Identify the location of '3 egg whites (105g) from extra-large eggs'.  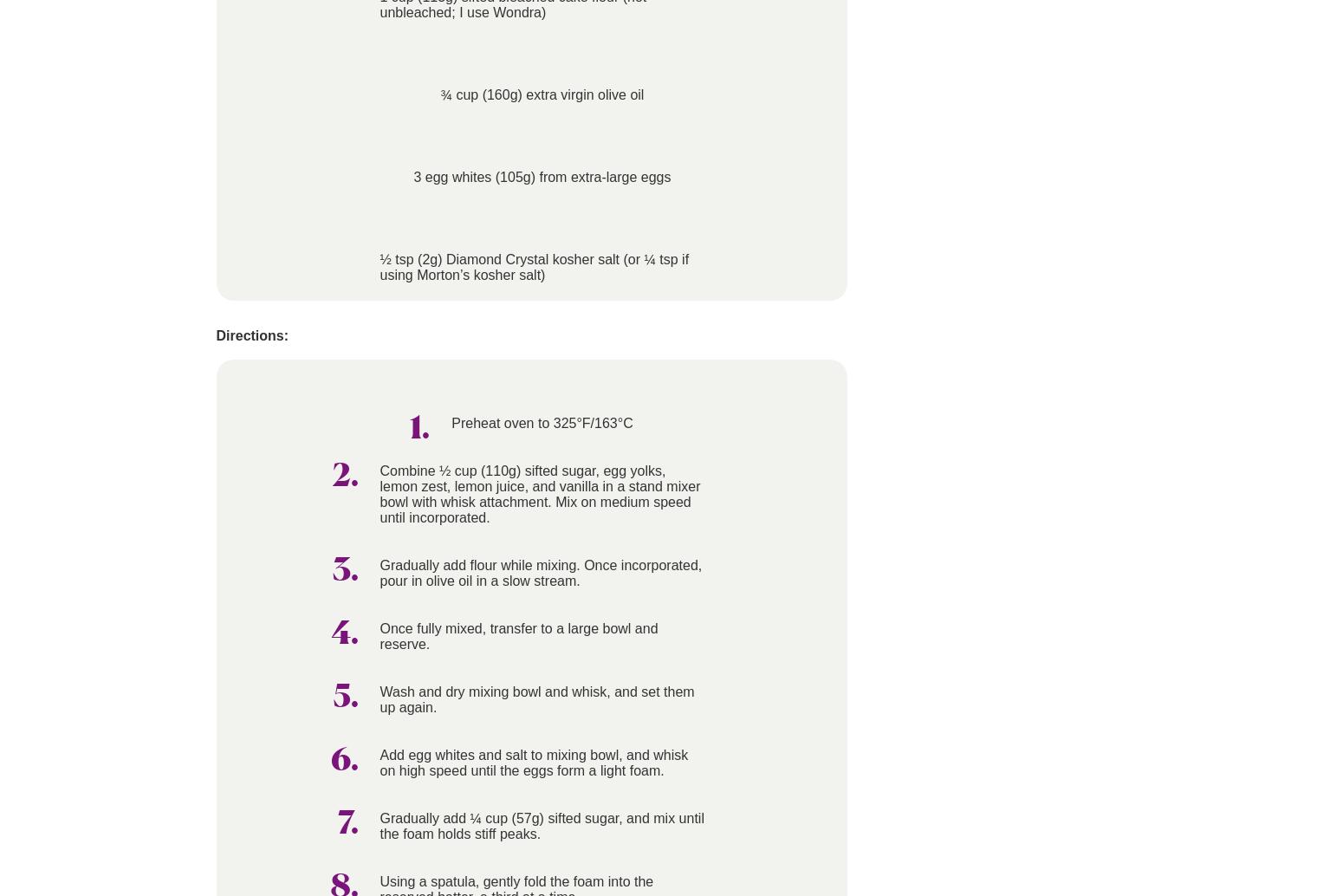
(412, 177).